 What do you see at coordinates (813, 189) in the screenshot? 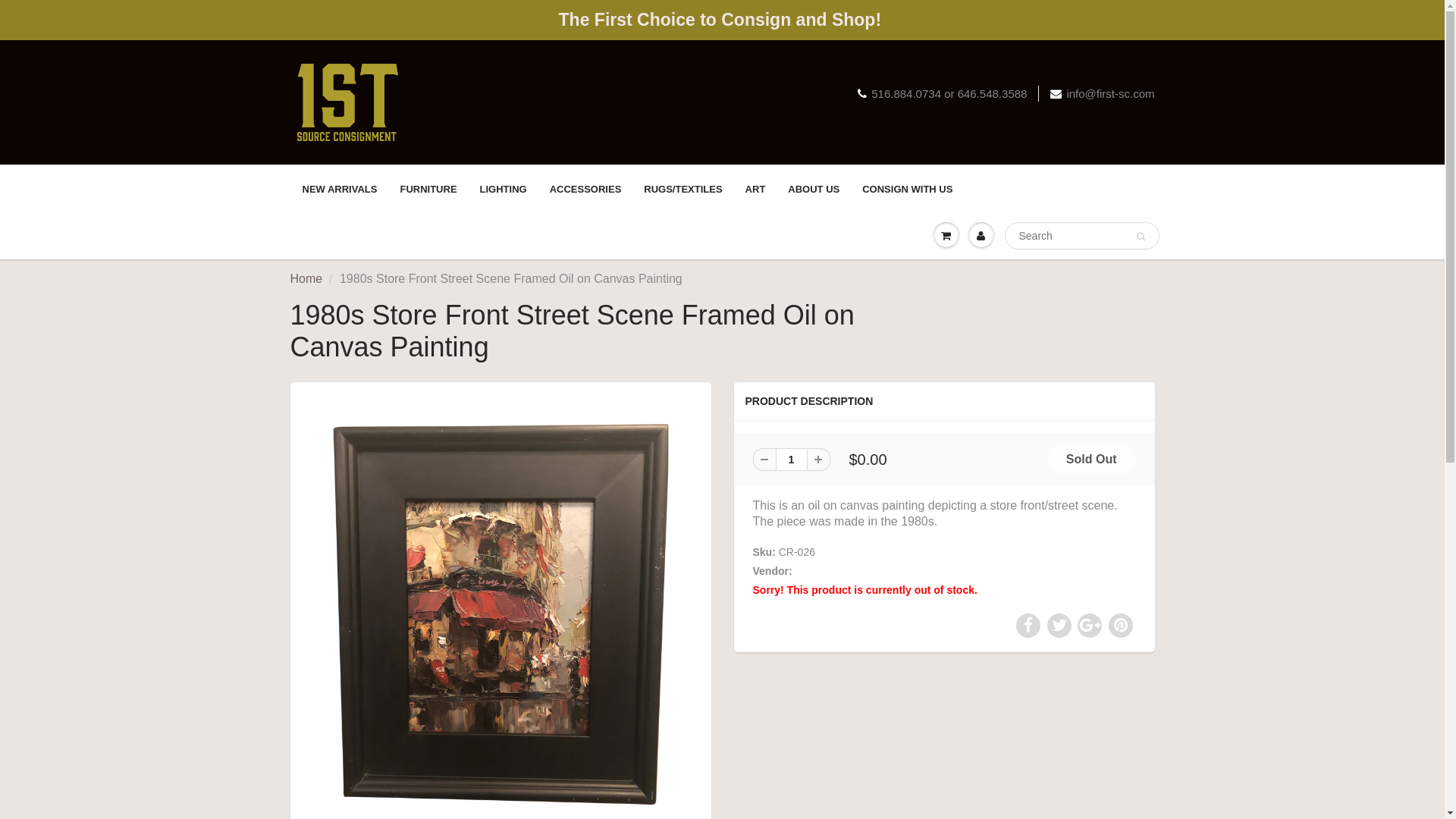
I see `'ABOUT US'` at bounding box center [813, 189].